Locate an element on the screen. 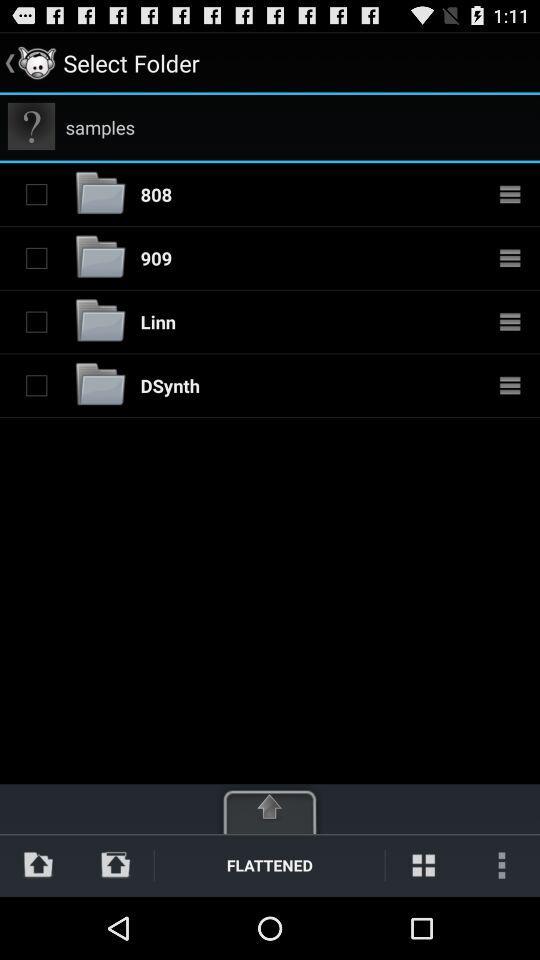 The image size is (540, 960). list of options for that file is located at coordinates (510, 256).